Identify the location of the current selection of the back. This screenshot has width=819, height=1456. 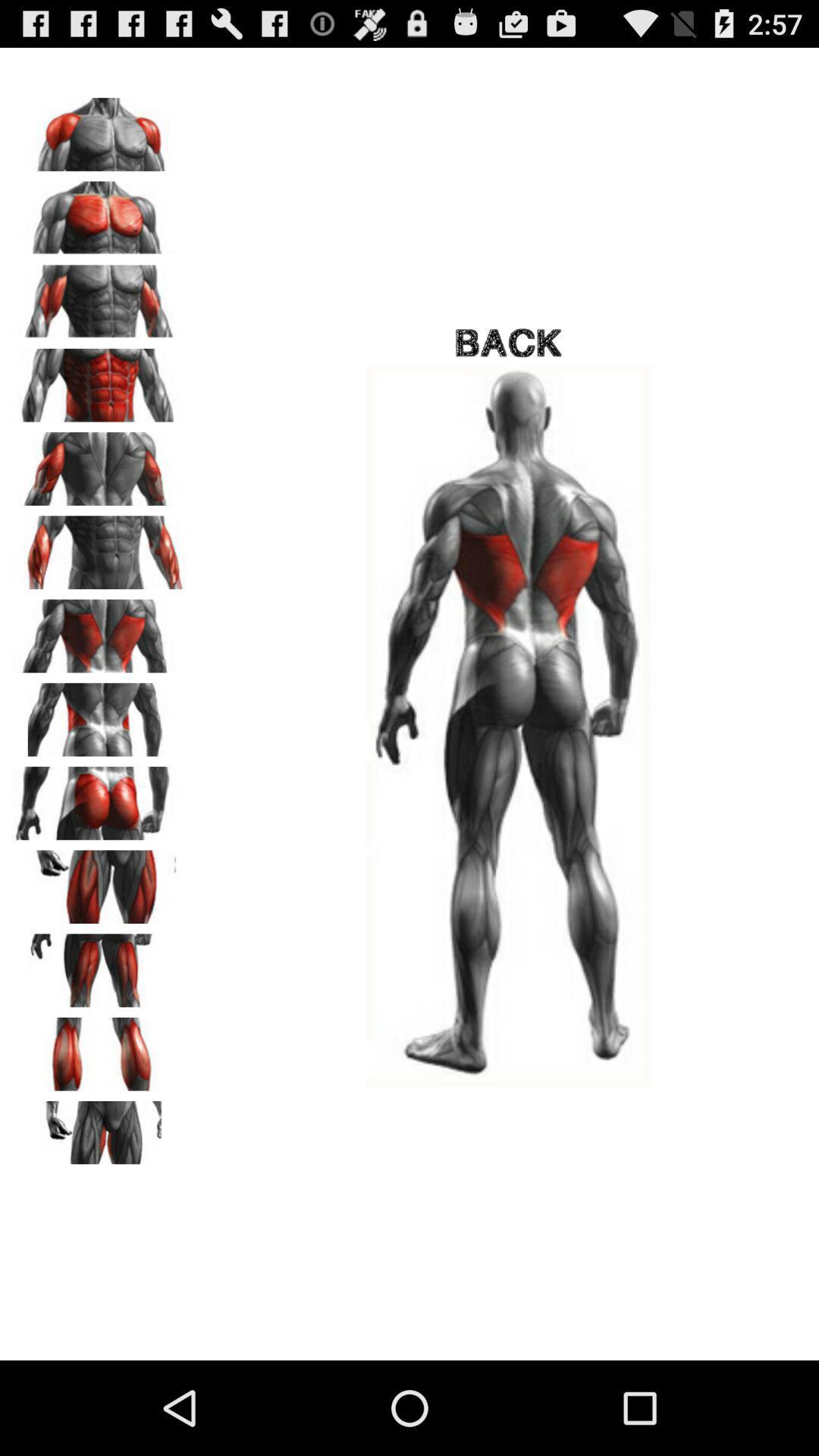
(99, 714).